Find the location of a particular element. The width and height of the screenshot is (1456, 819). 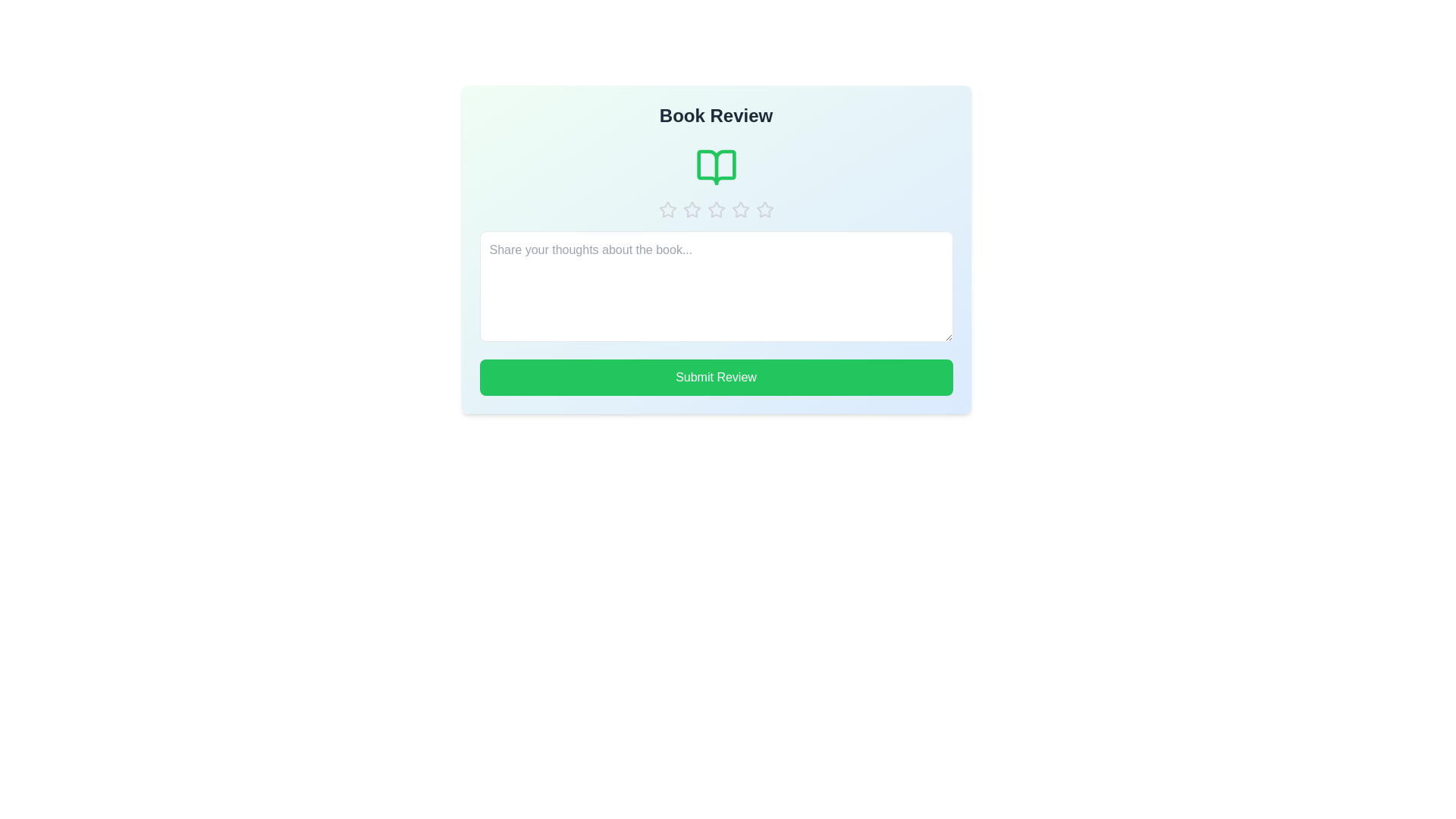

'Submit Review' button to submit the review is located at coordinates (715, 376).